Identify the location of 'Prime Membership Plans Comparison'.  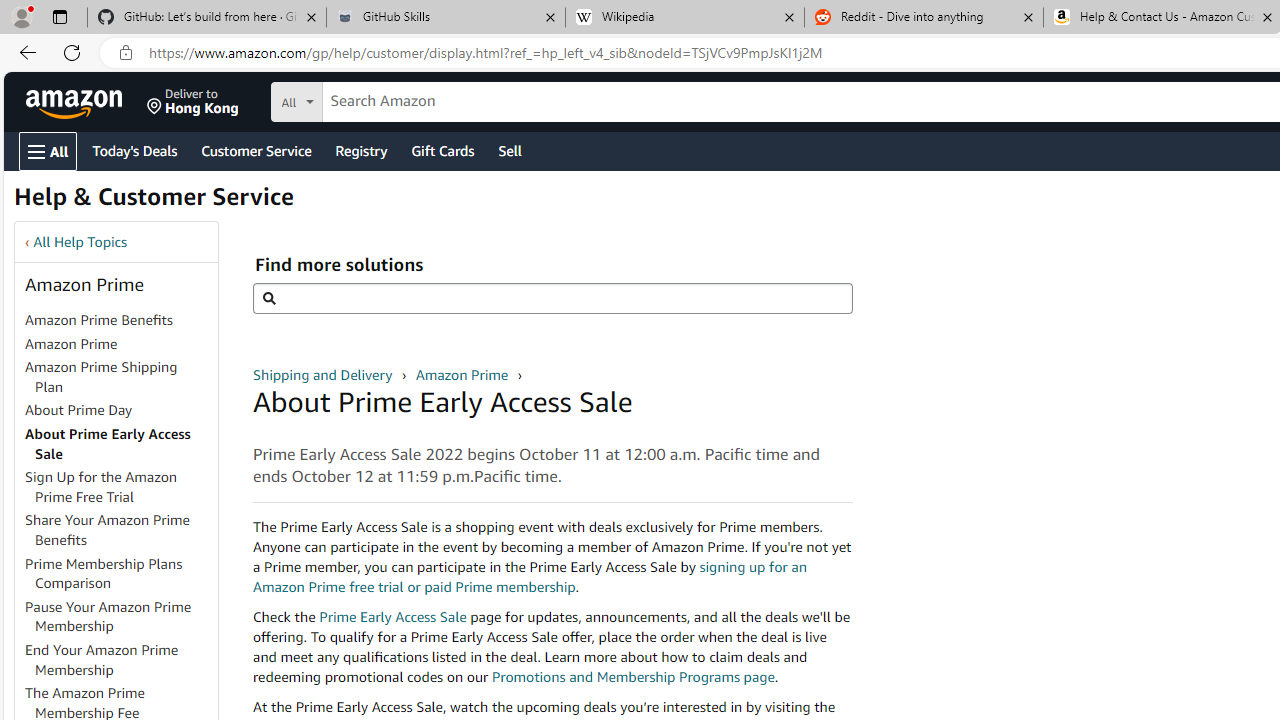
(119, 573).